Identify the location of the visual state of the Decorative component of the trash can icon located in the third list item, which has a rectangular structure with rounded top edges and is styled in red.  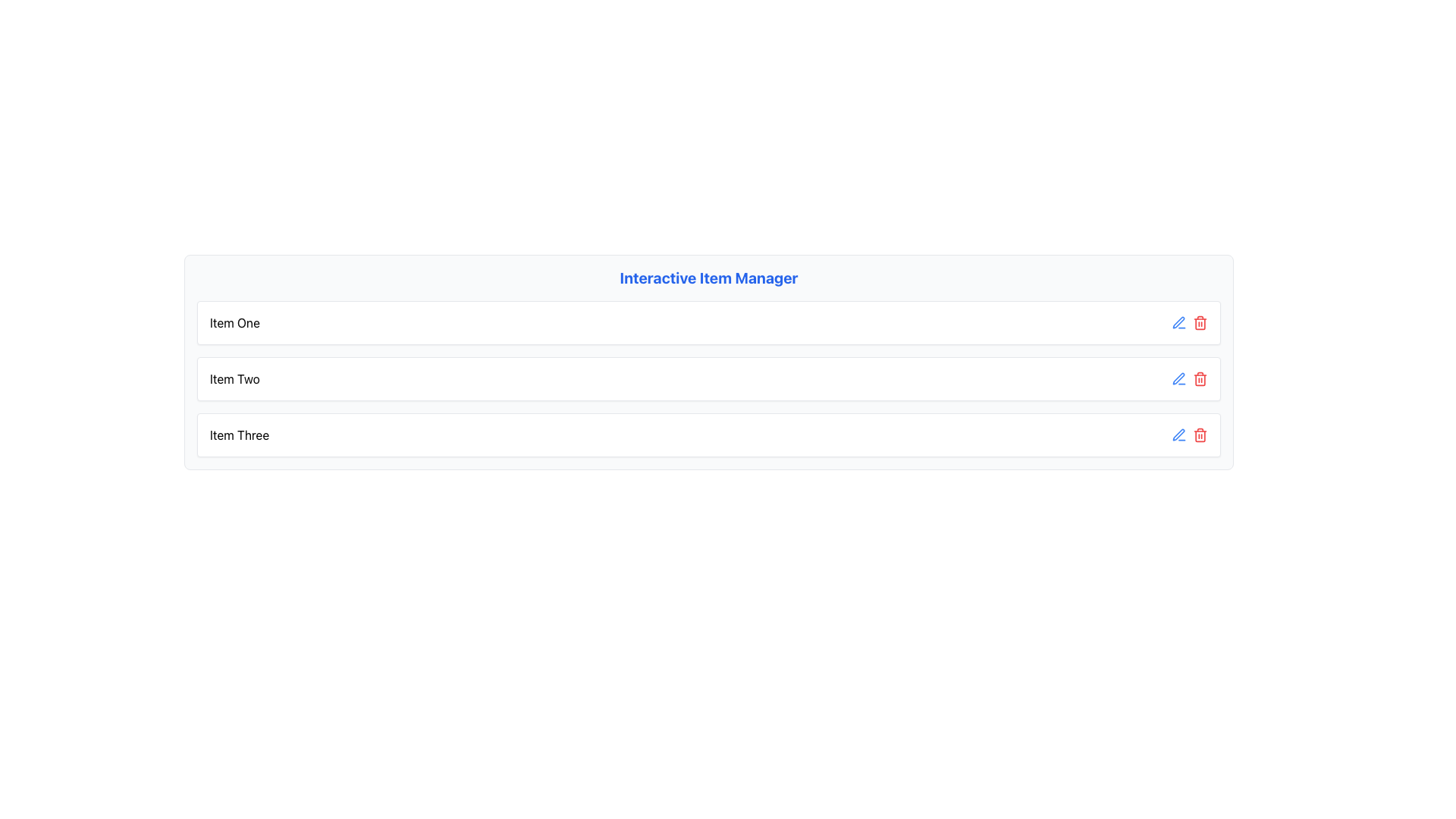
(1200, 435).